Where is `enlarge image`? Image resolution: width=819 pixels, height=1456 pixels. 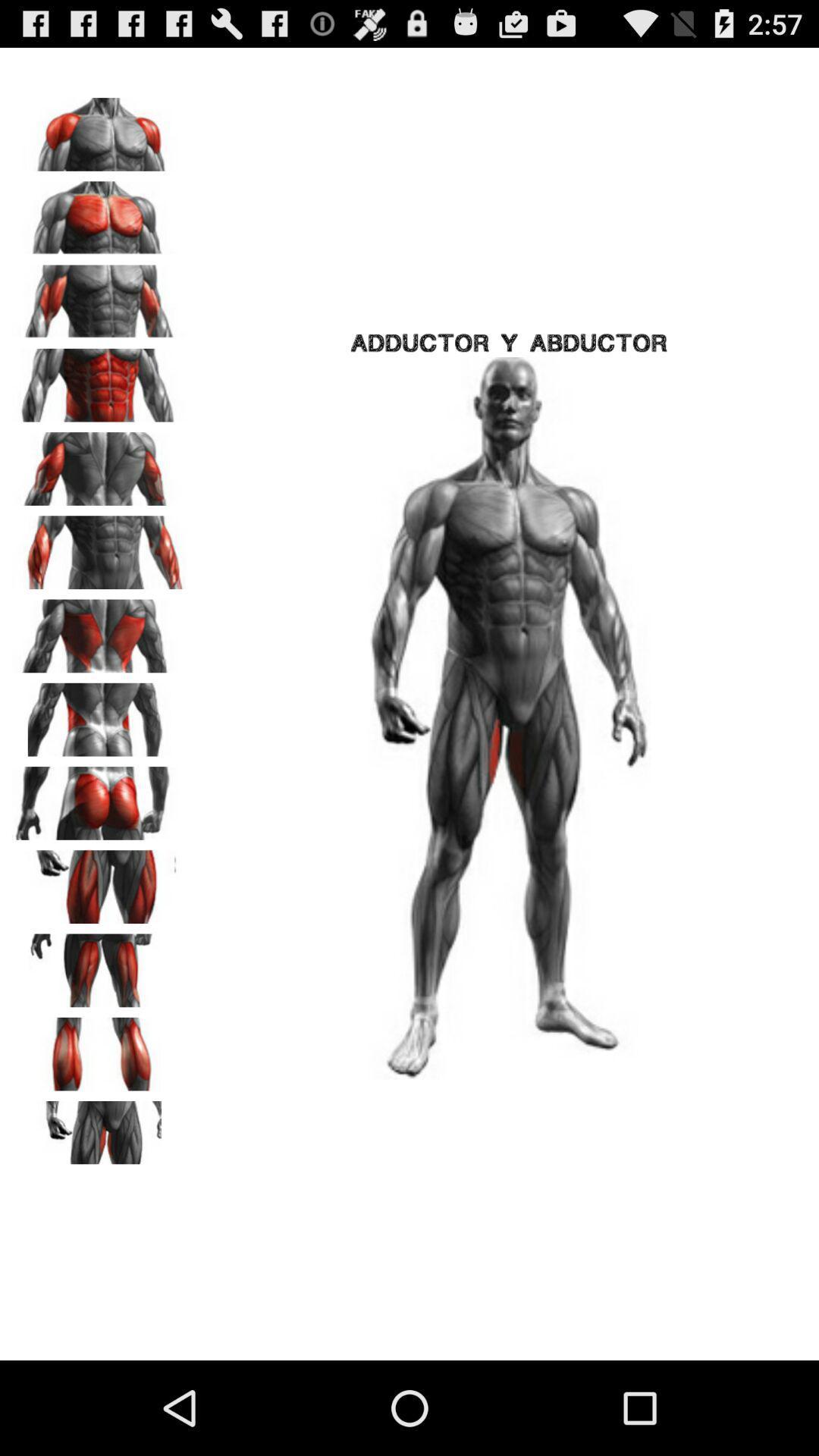
enlarge image is located at coordinates (99, 297).